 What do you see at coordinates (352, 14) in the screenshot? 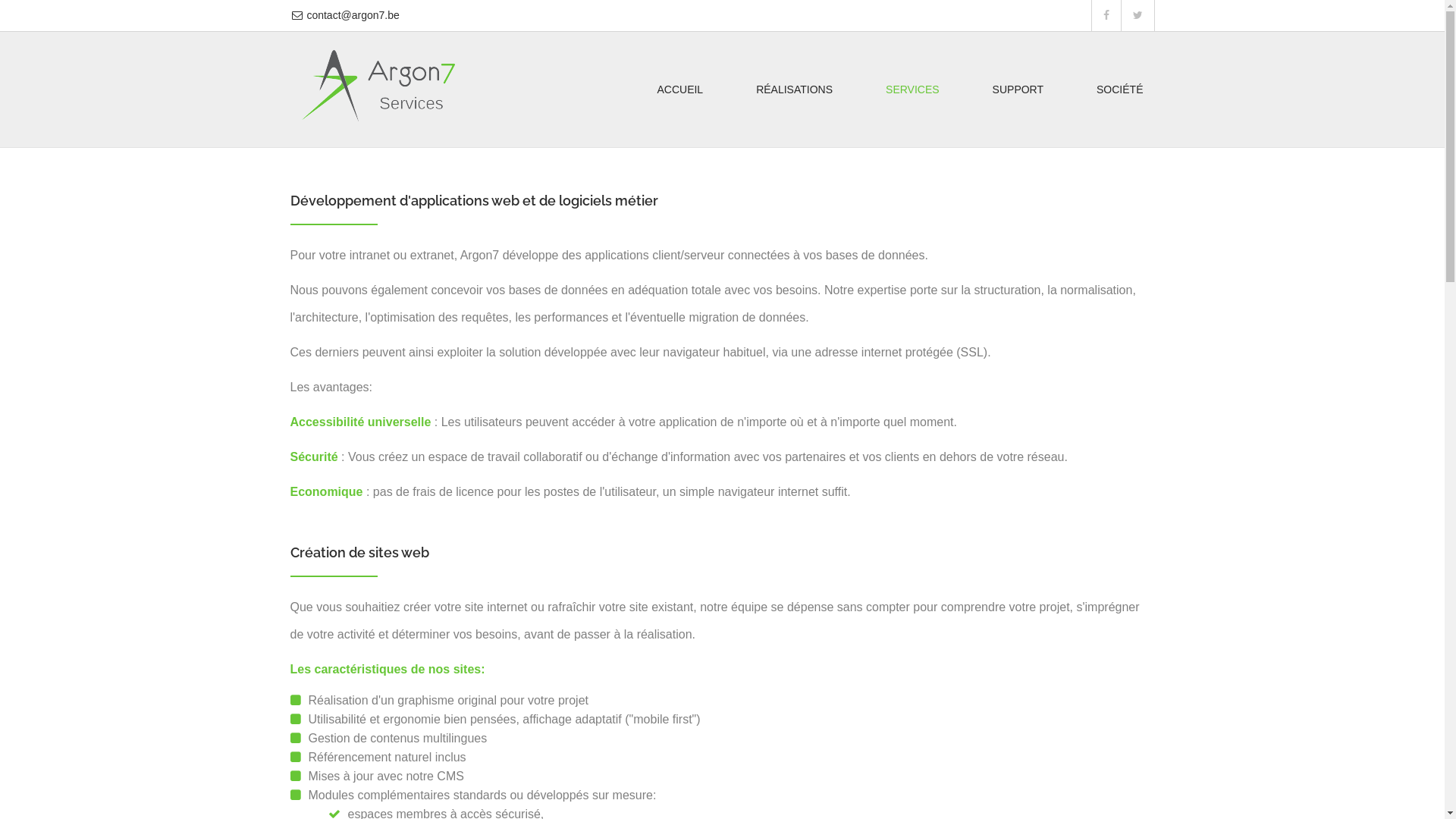
I see `'contact@argon7.be'` at bounding box center [352, 14].